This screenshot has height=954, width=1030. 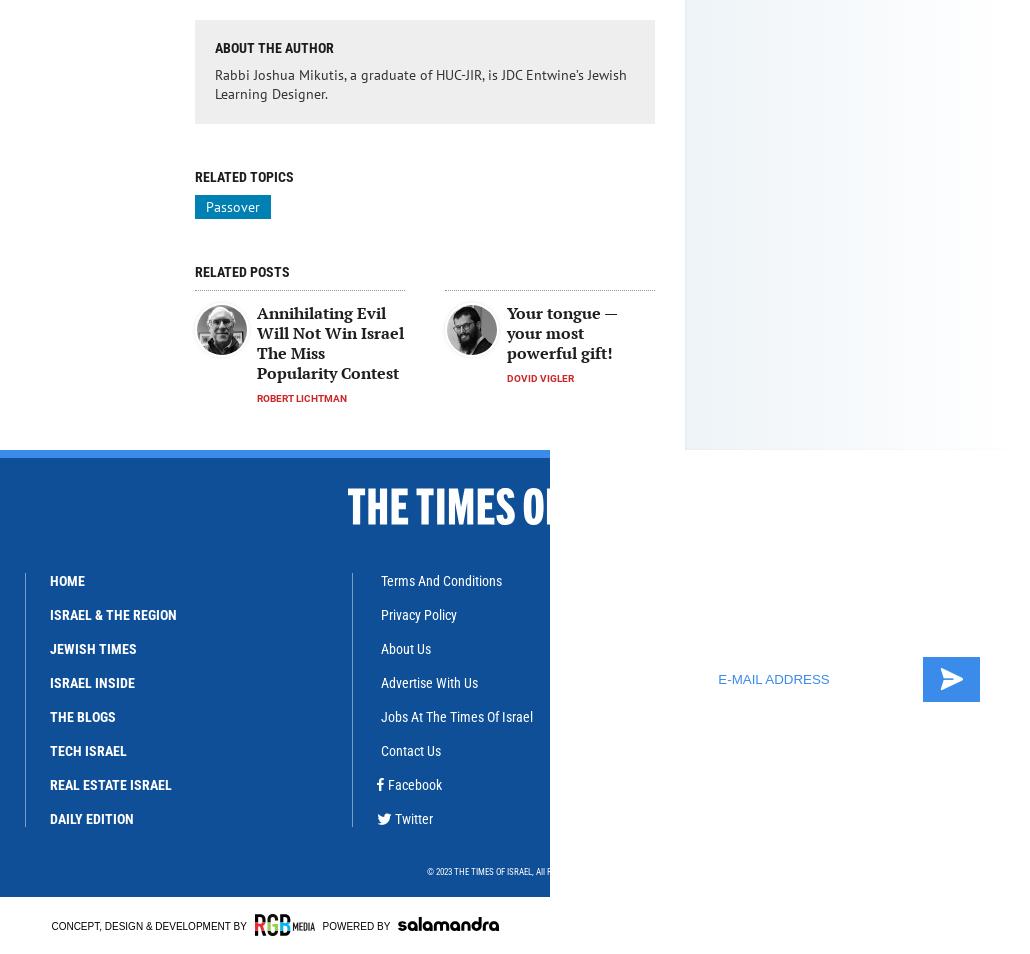 I want to click on 'Robert Lichtman', so click(x=300, y=398).